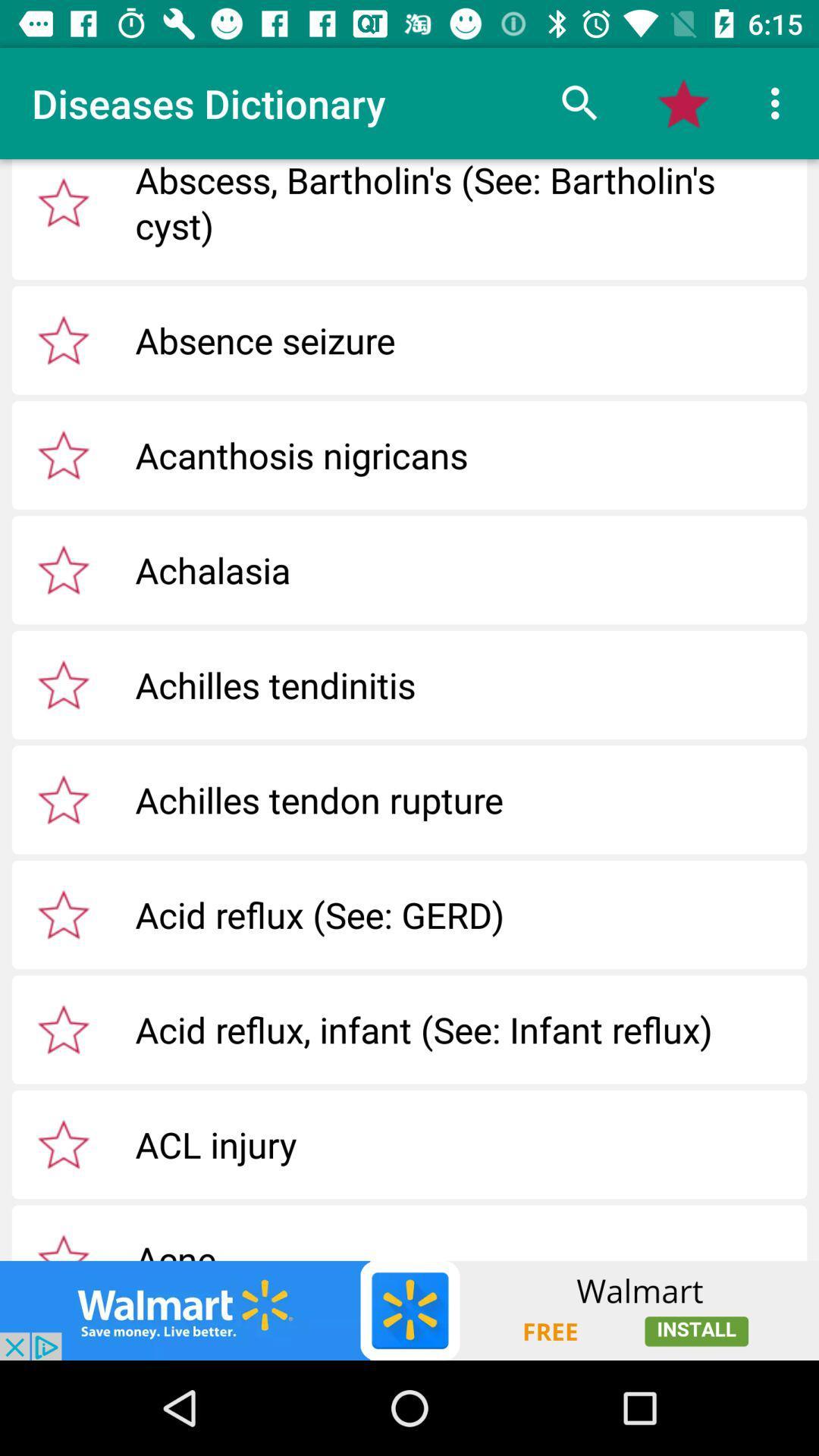  What do you see at coordinates (63, 1144) in the screenshot?
I see `star` at bounding box center [63, 1144].